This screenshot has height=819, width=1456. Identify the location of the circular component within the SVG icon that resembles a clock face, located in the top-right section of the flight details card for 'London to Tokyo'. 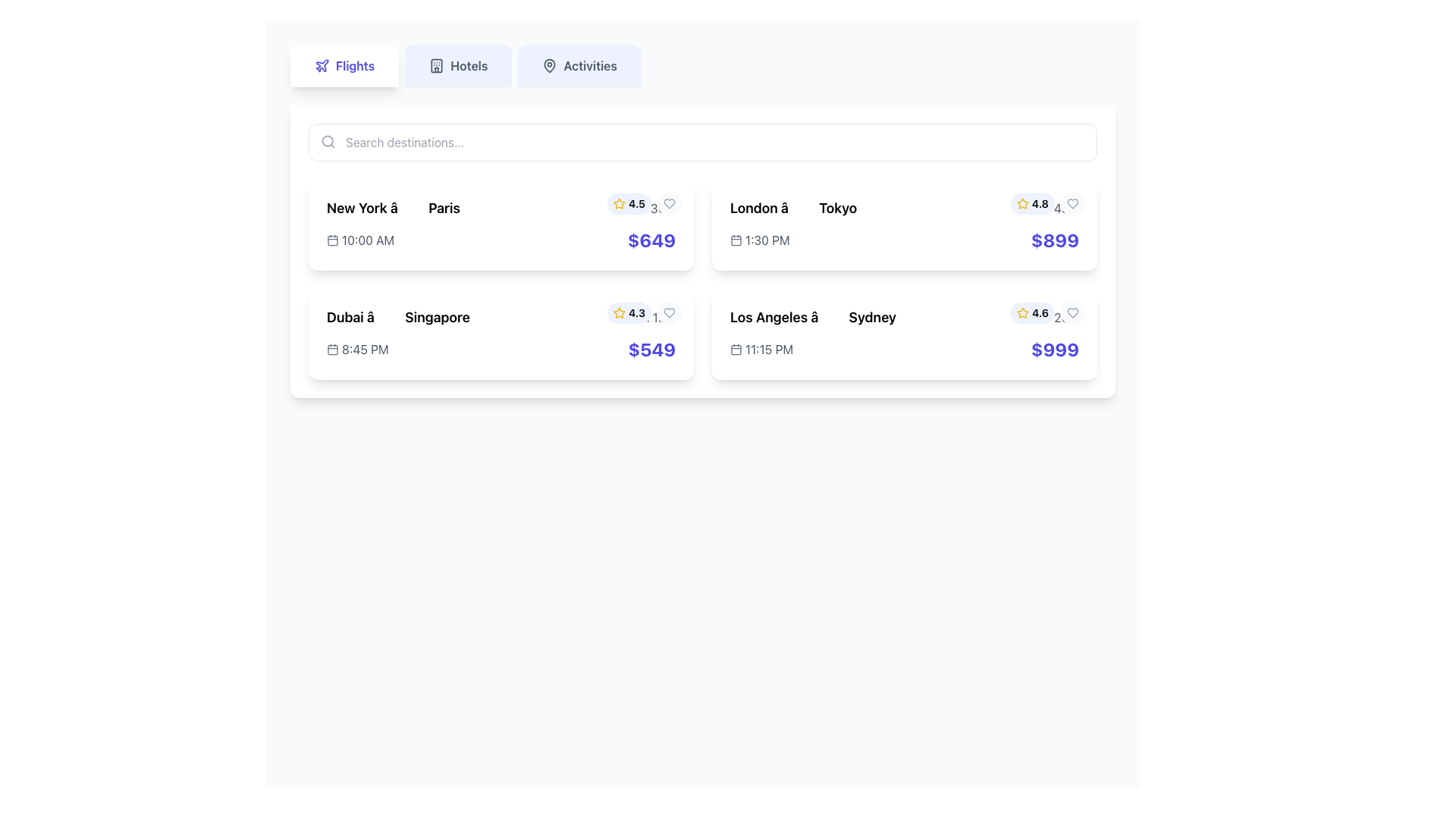
(1024, 208).